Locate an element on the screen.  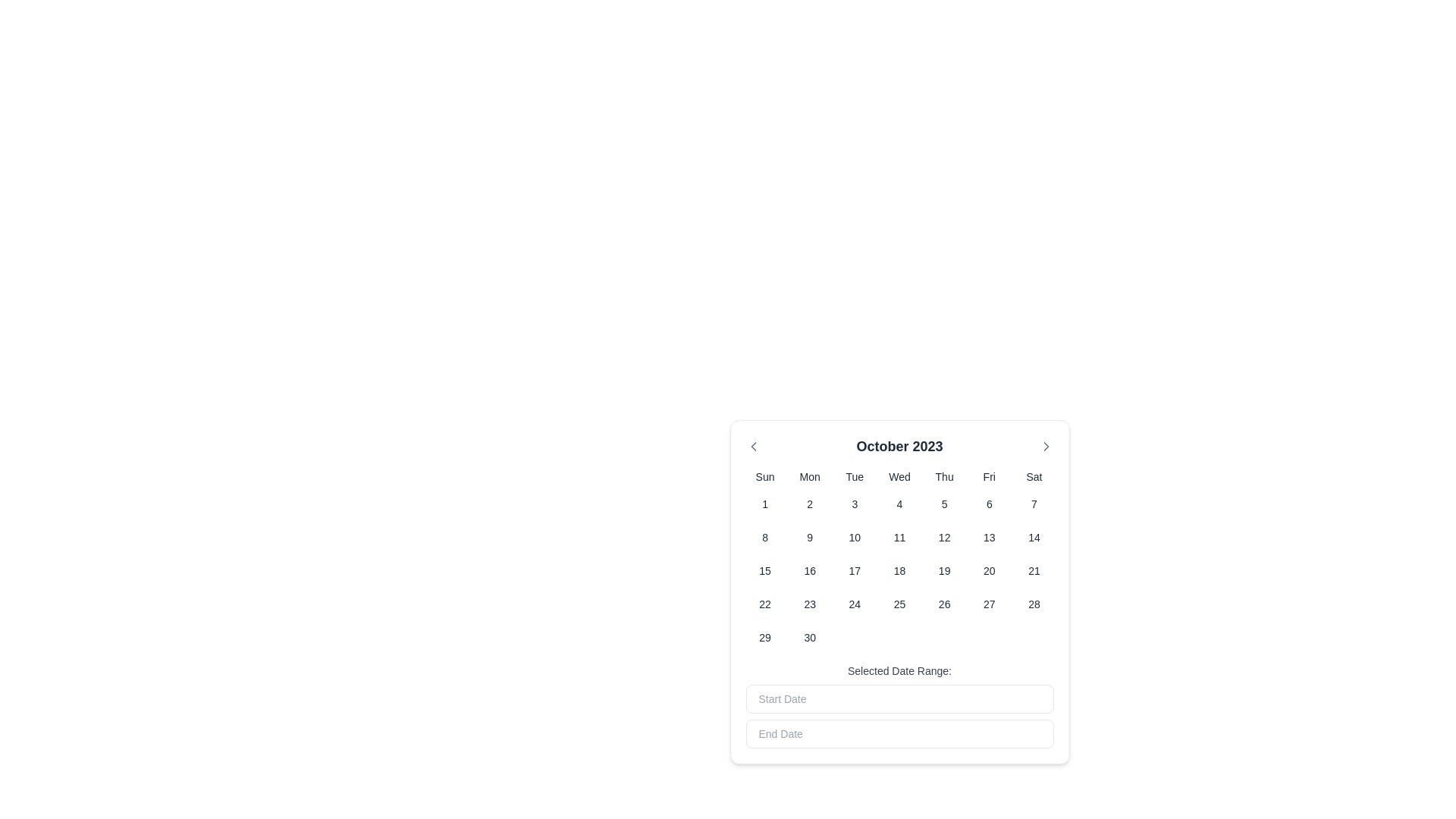
the button displaying the number '19' in the Thursday column of the calendar grid is located at coordinates (943, 570).